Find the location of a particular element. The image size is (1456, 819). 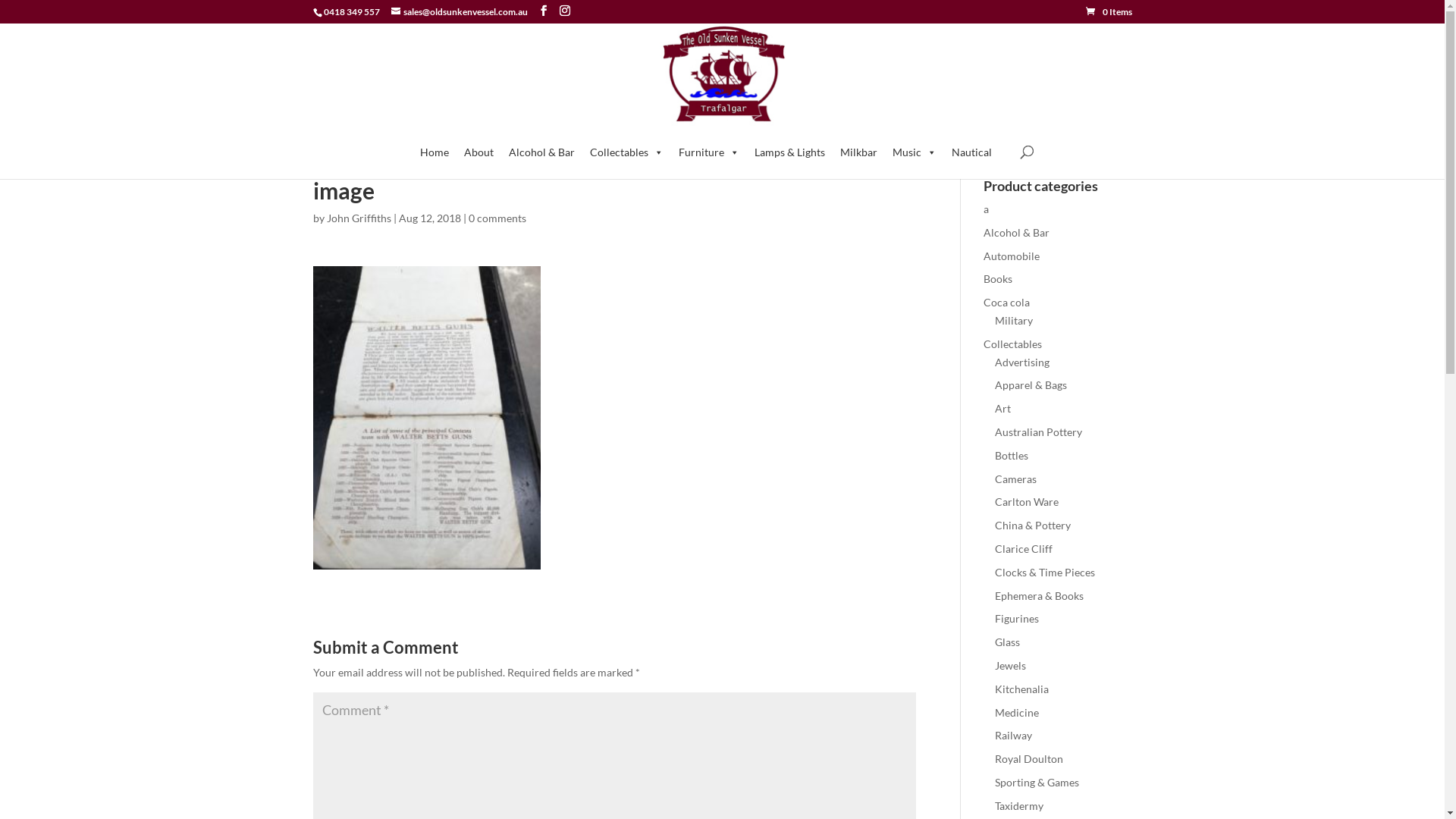

'Home' is located at coordinates (433, 152).